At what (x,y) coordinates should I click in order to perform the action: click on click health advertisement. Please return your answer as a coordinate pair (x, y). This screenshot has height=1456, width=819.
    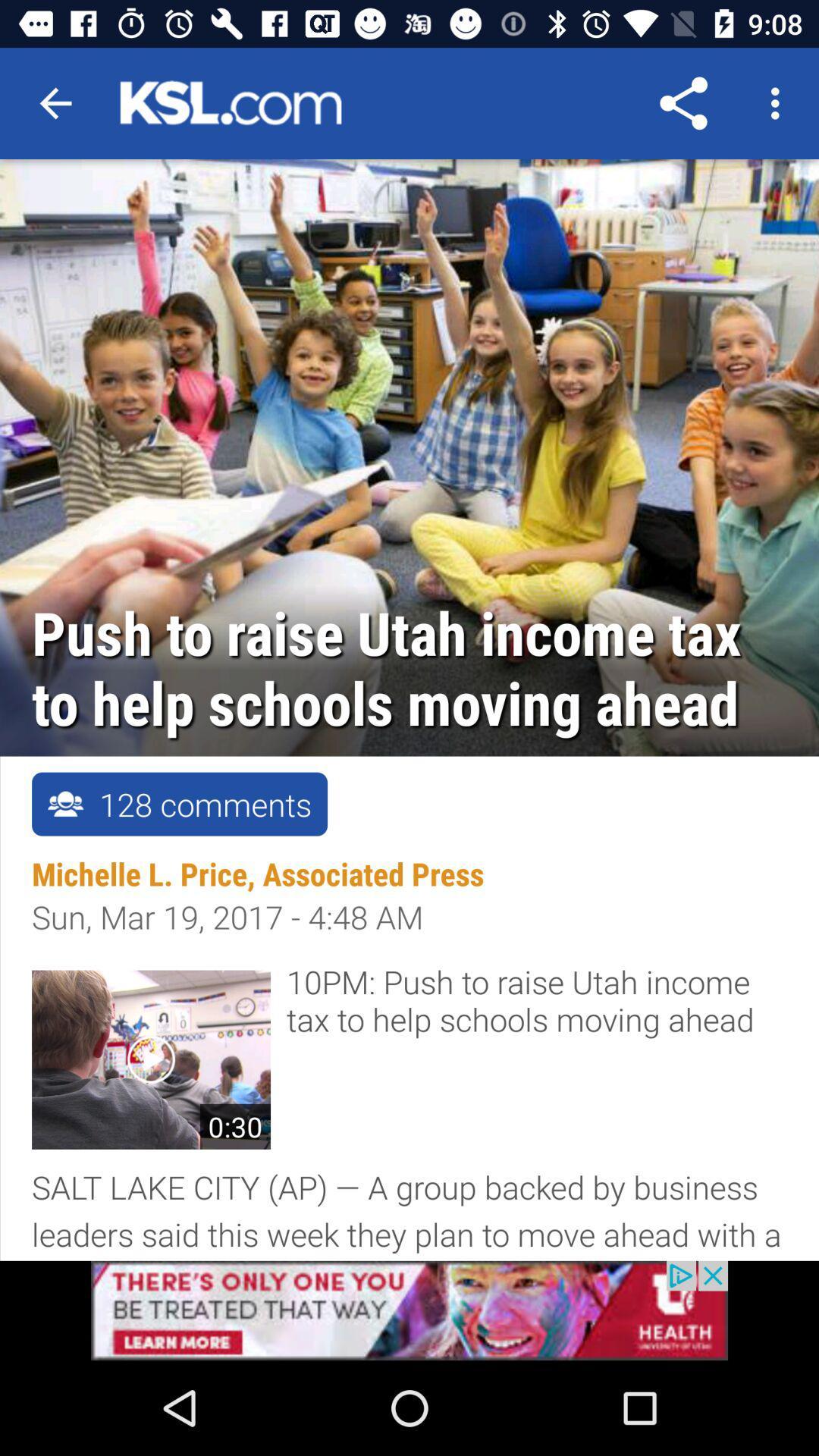
    Looking at the image, I should click on (409, 1310).